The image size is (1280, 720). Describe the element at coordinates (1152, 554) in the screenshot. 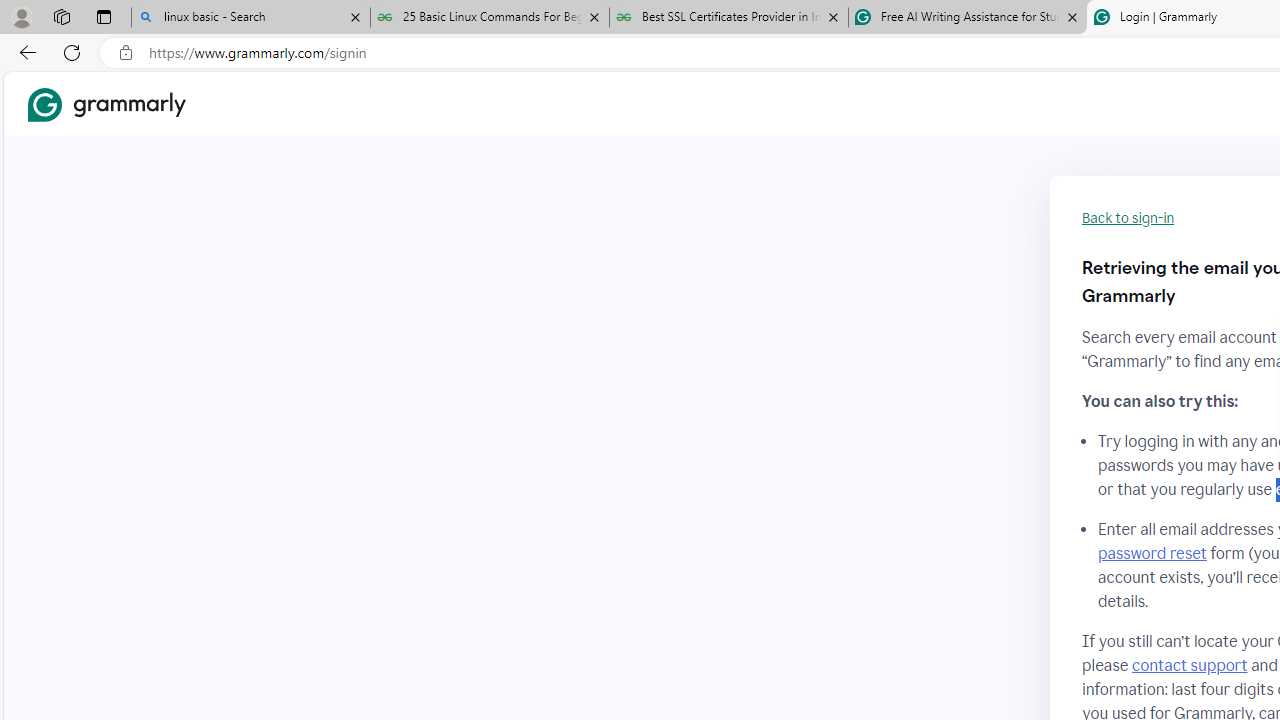

I see `'password reset'` at that location.